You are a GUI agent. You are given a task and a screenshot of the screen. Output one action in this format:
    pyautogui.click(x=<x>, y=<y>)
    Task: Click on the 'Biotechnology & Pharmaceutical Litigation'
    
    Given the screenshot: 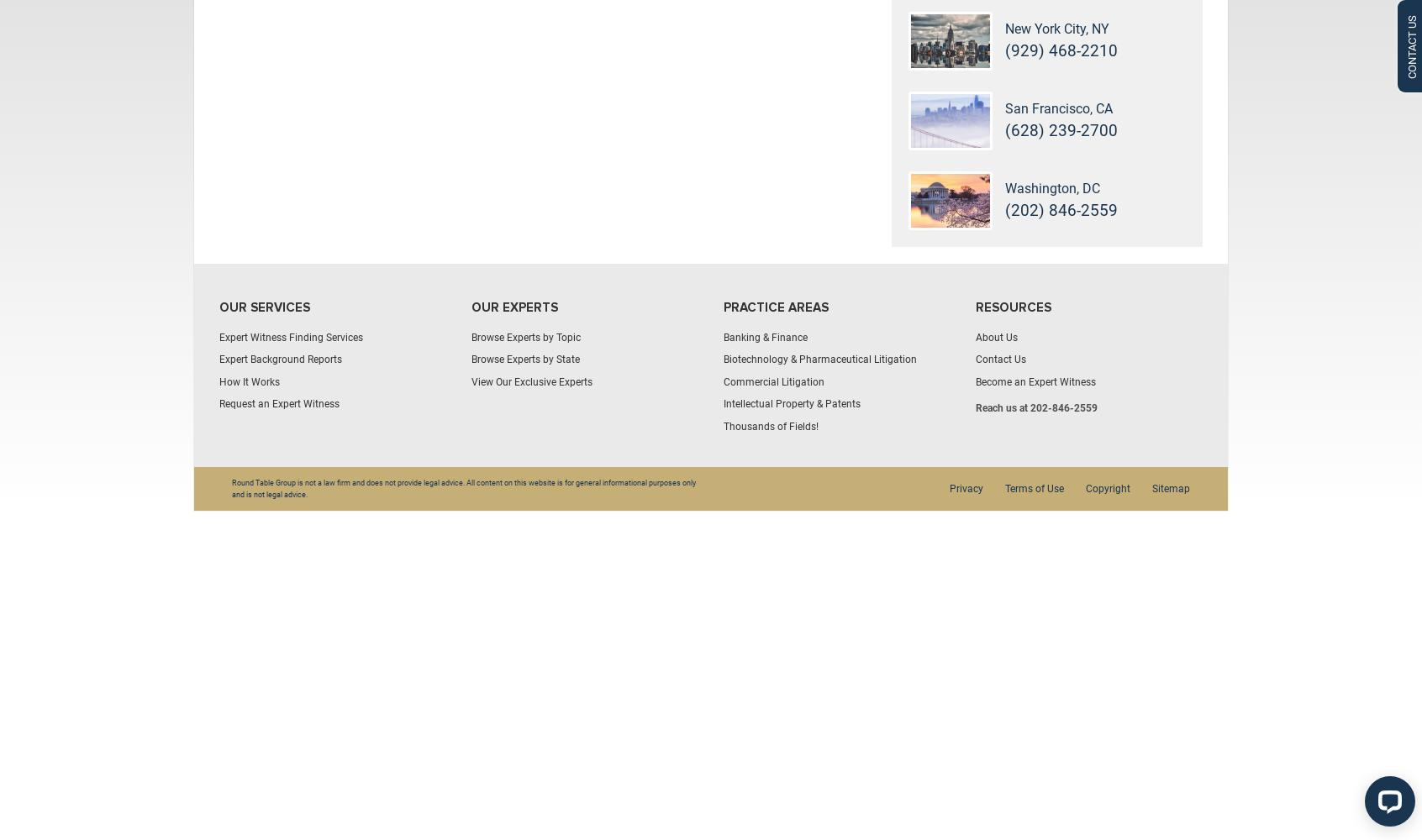 What is the action you would take?
    pyautogui.click(x=723, y=360)
    